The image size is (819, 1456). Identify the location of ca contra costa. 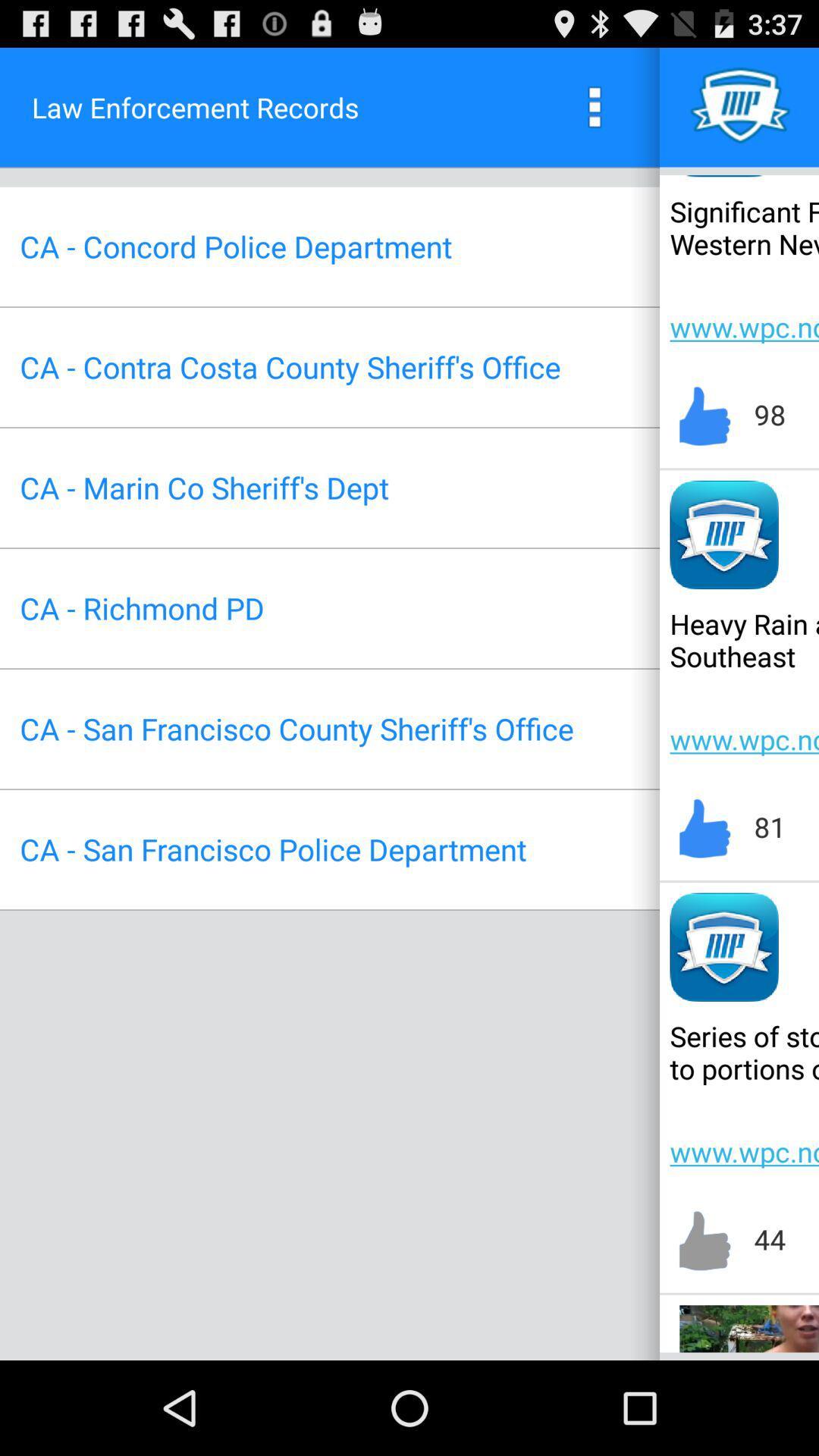
(290, 367).